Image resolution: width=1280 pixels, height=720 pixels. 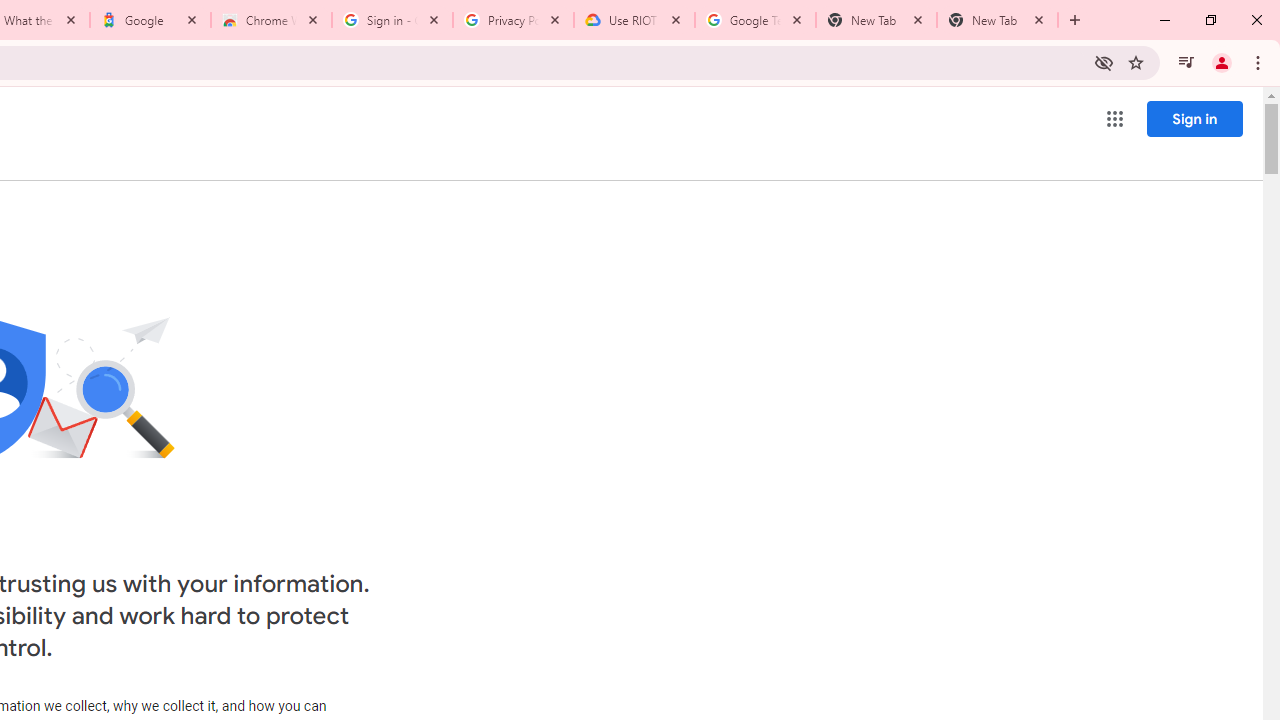 I want to click on 'Google', so click(x=149, y=20).